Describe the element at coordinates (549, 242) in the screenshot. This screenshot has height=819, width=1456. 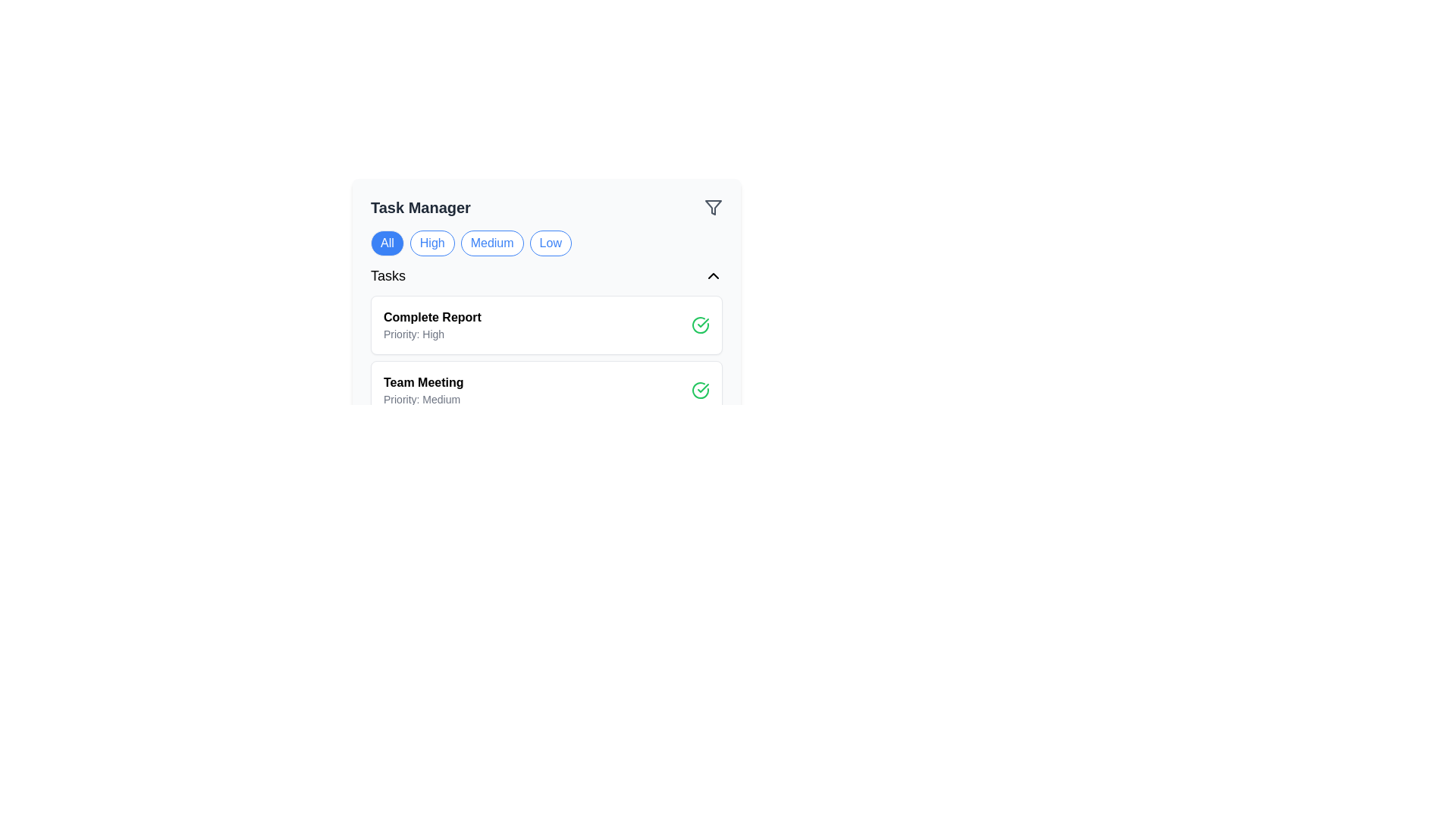
I see `the fourth pill-shaped button labeled 'Low'` at that location.